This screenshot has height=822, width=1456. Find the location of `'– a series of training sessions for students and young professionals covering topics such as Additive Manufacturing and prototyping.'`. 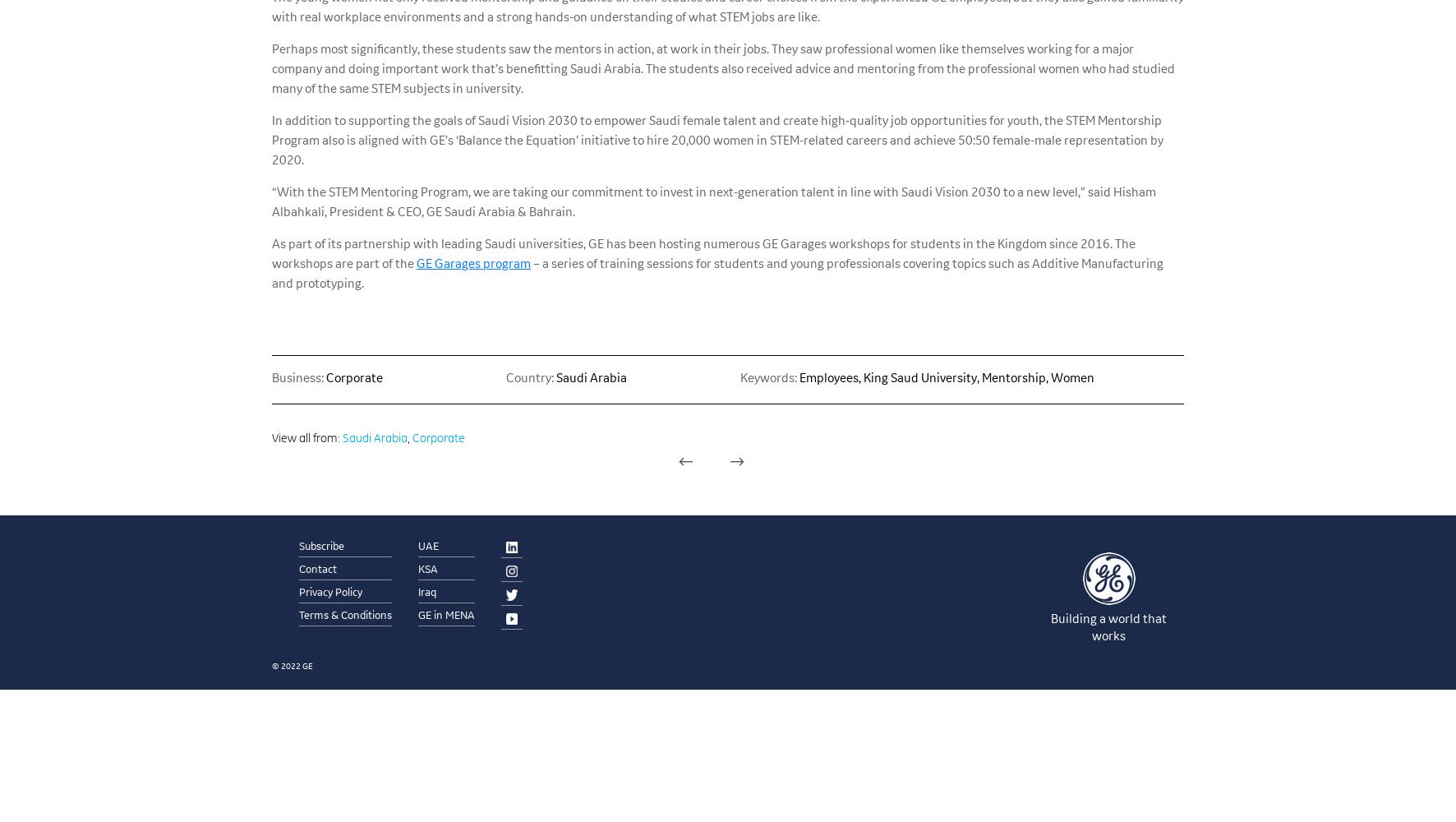

'– a series of training sessions for students and young professionals covering topics such as Additive Manufacturing and prototyping.' is located at coordinates (271, 271).